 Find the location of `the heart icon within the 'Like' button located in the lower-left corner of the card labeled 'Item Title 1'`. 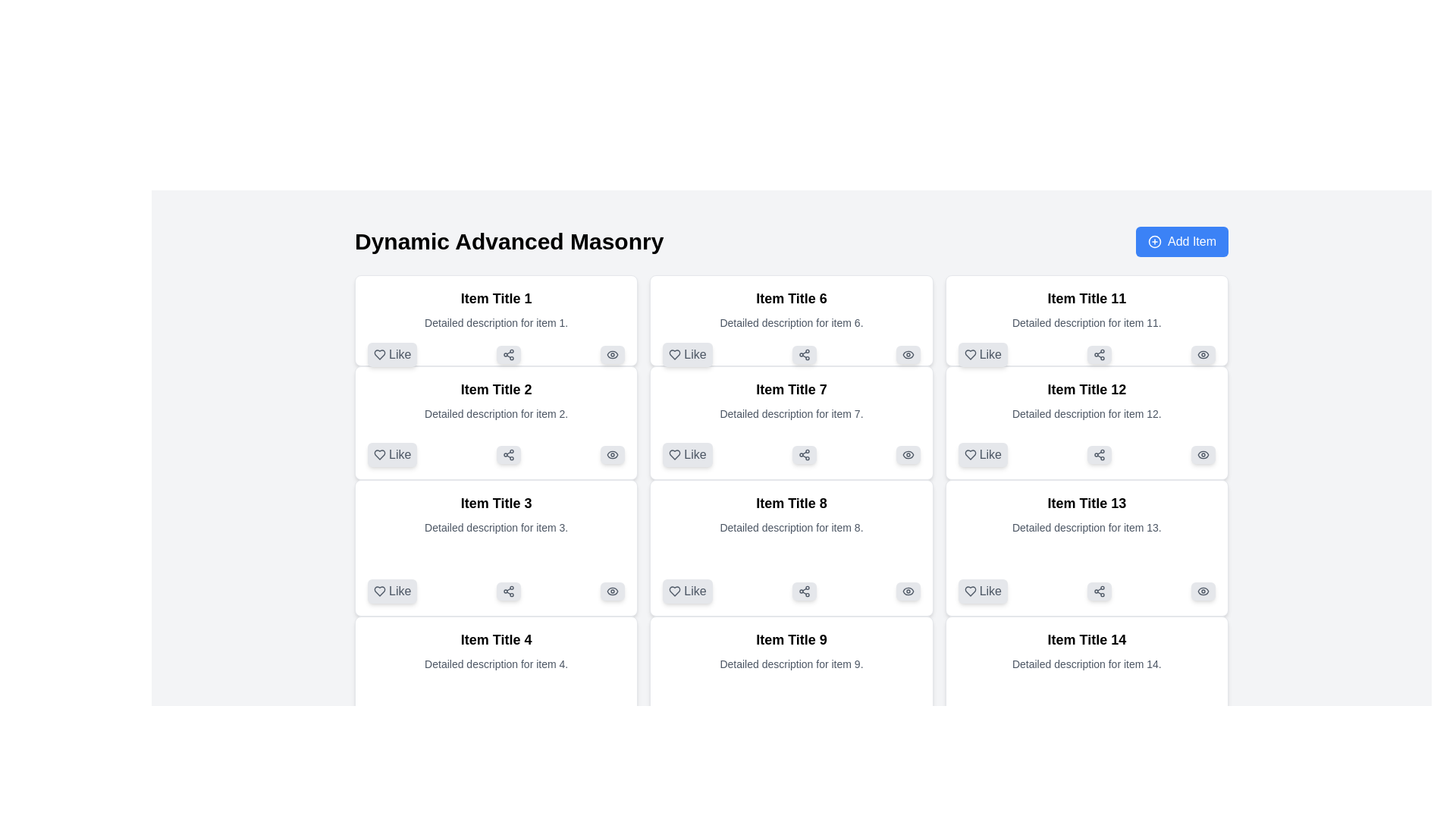

the heart icon within the 'Like' button located in the lower-left corner of the card labeled 'Item Title 1' is located at coordinates (379, 354).